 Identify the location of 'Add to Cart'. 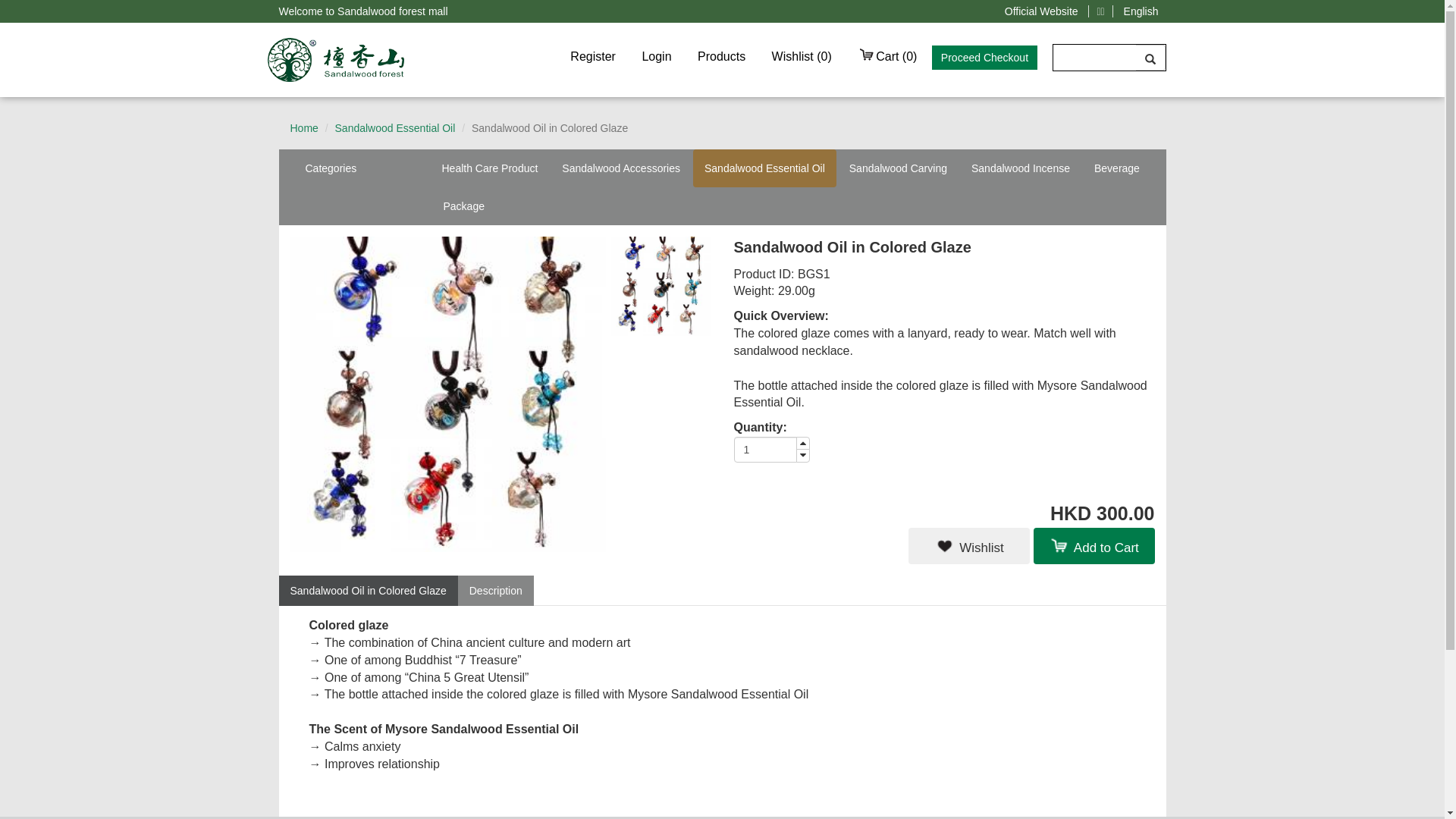
(1093, 546).